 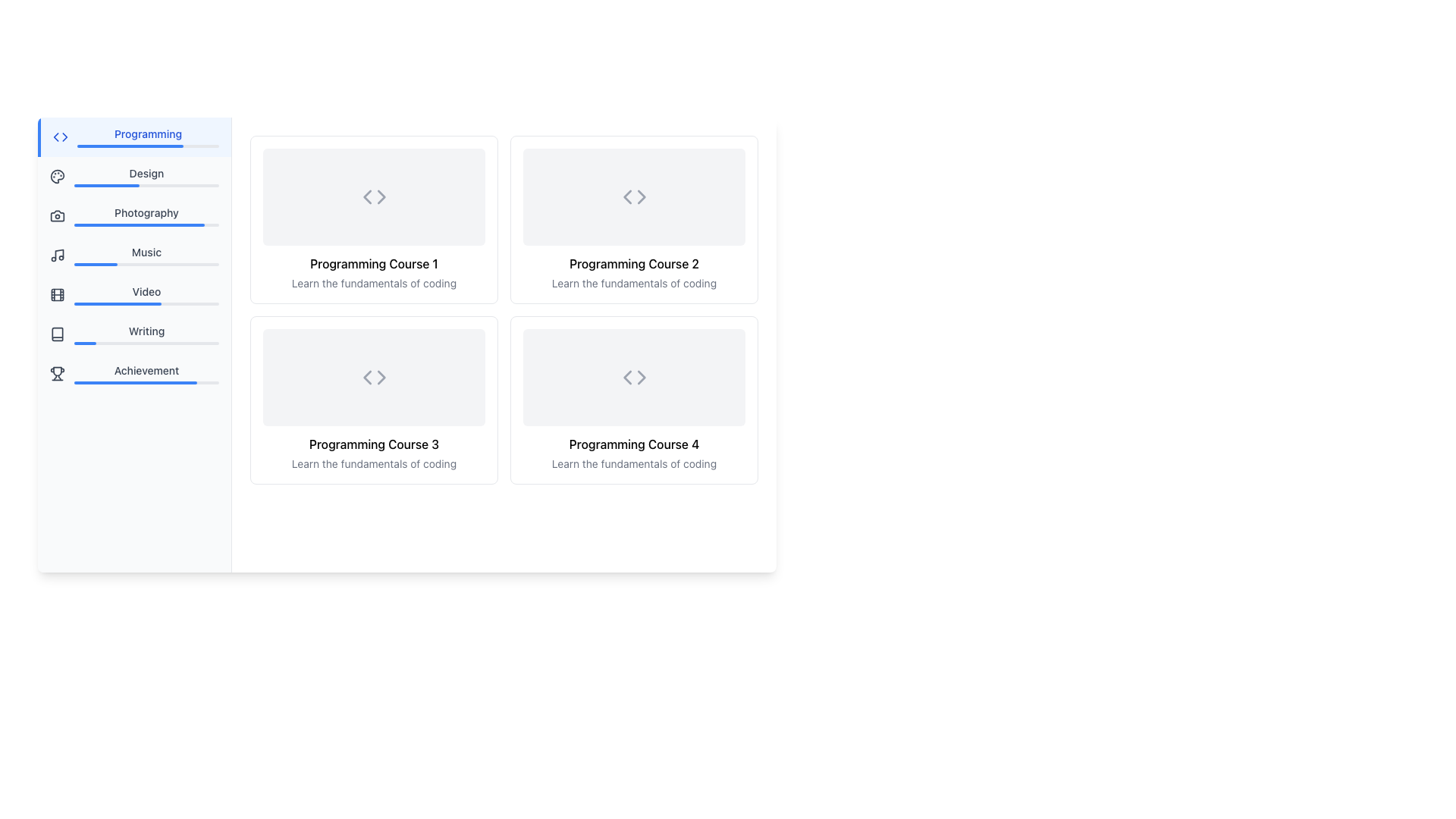 What do you see at coordinates (115, 304) in the screenshot?
I see `the progress bar` at bounding box center [115, 304].